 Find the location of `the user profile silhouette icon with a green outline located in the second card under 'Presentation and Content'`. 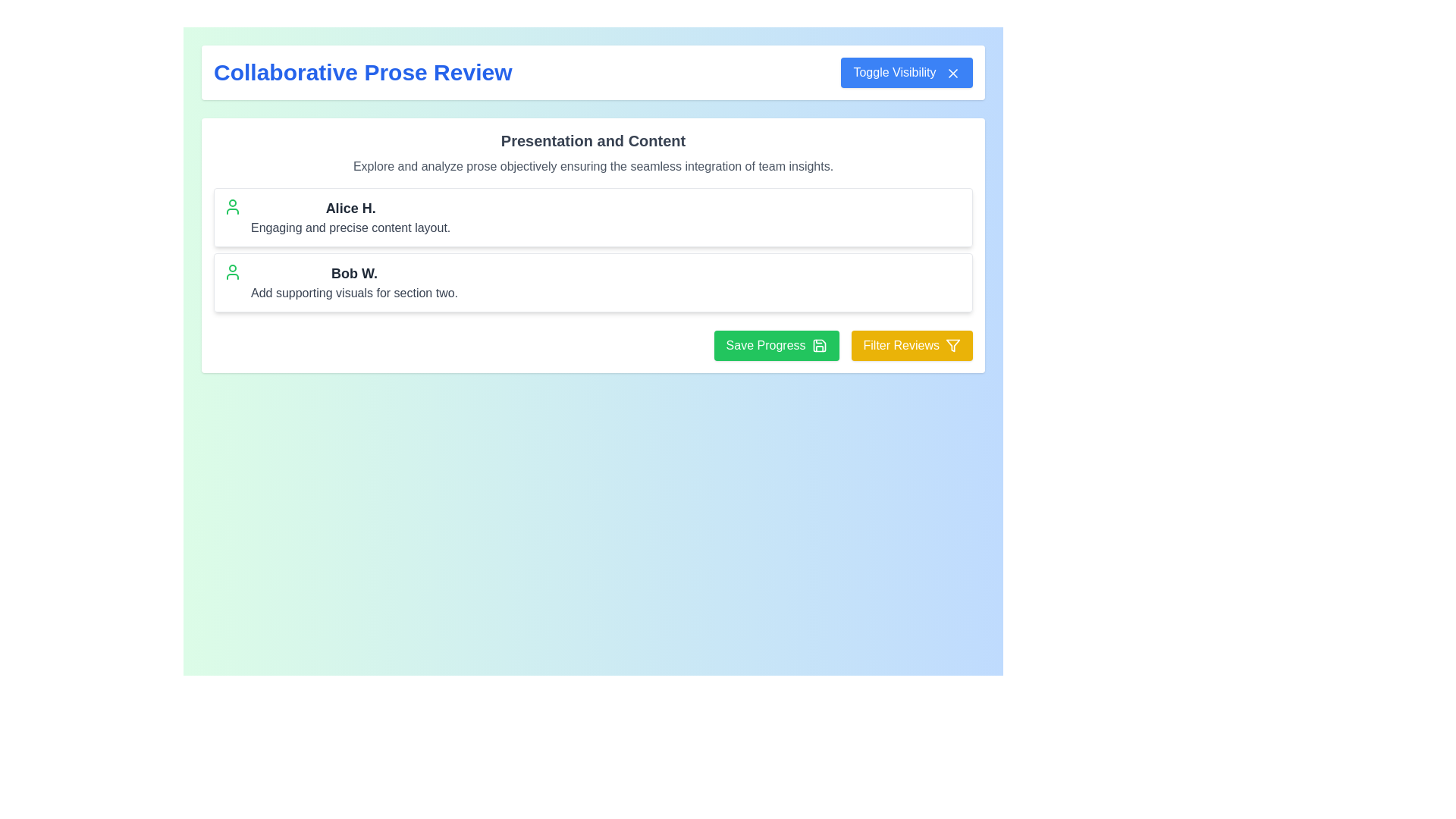

the user profile silhouette icon with a green outline located in the second card under 'Presentation and Content' is located at coordinates (232, 271).